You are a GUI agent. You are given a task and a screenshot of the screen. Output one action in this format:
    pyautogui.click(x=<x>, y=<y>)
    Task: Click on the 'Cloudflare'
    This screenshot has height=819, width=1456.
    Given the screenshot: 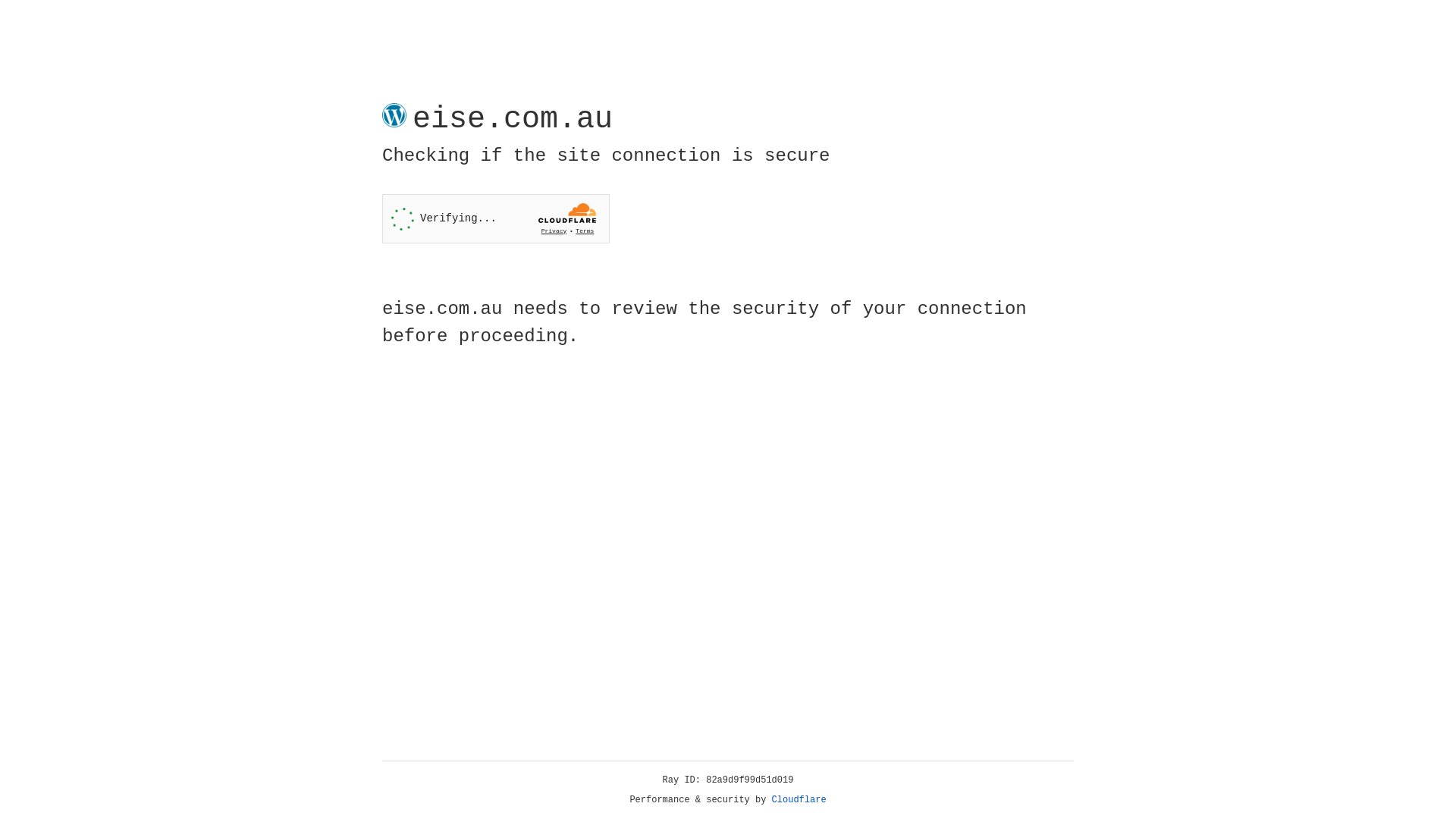 What is the action you would take?
    pyautogui.click(x=771, y=799)
    